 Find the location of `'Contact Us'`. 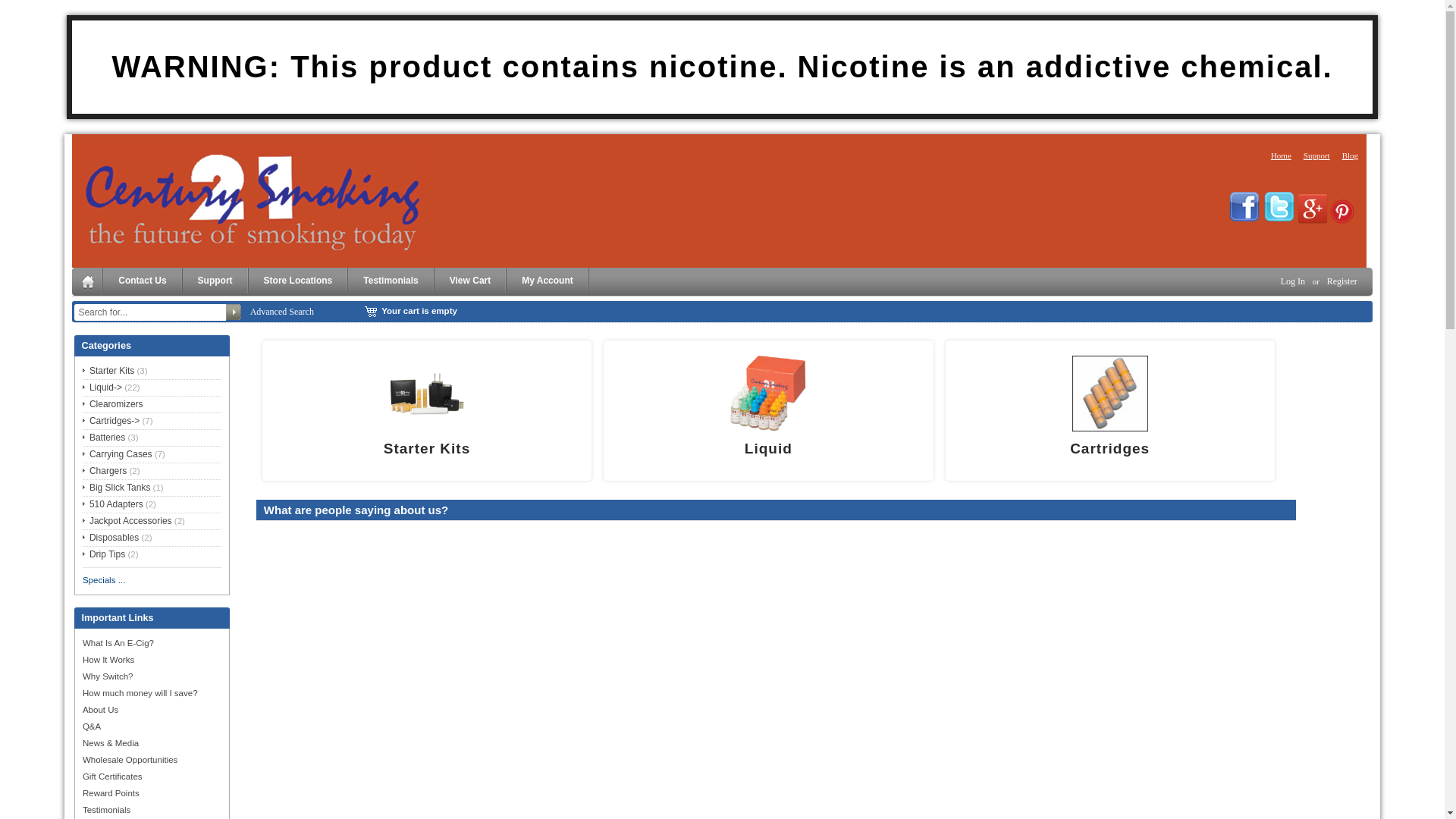

'Contact Us' is located at coordinates (142, 281).